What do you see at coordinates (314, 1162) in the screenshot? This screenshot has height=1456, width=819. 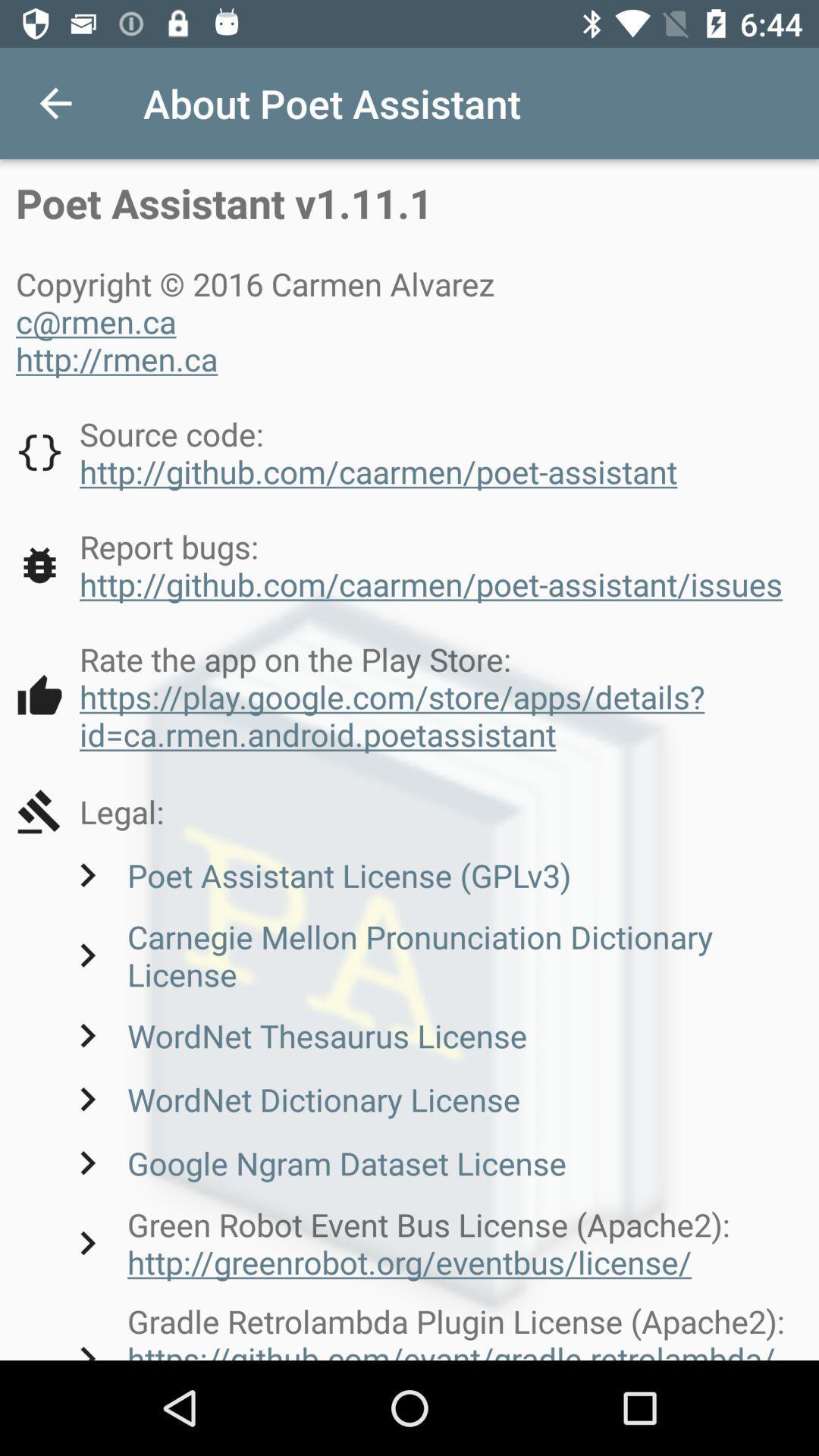 I see `the item above the green robot event item` at bounding box center [314, 1162].